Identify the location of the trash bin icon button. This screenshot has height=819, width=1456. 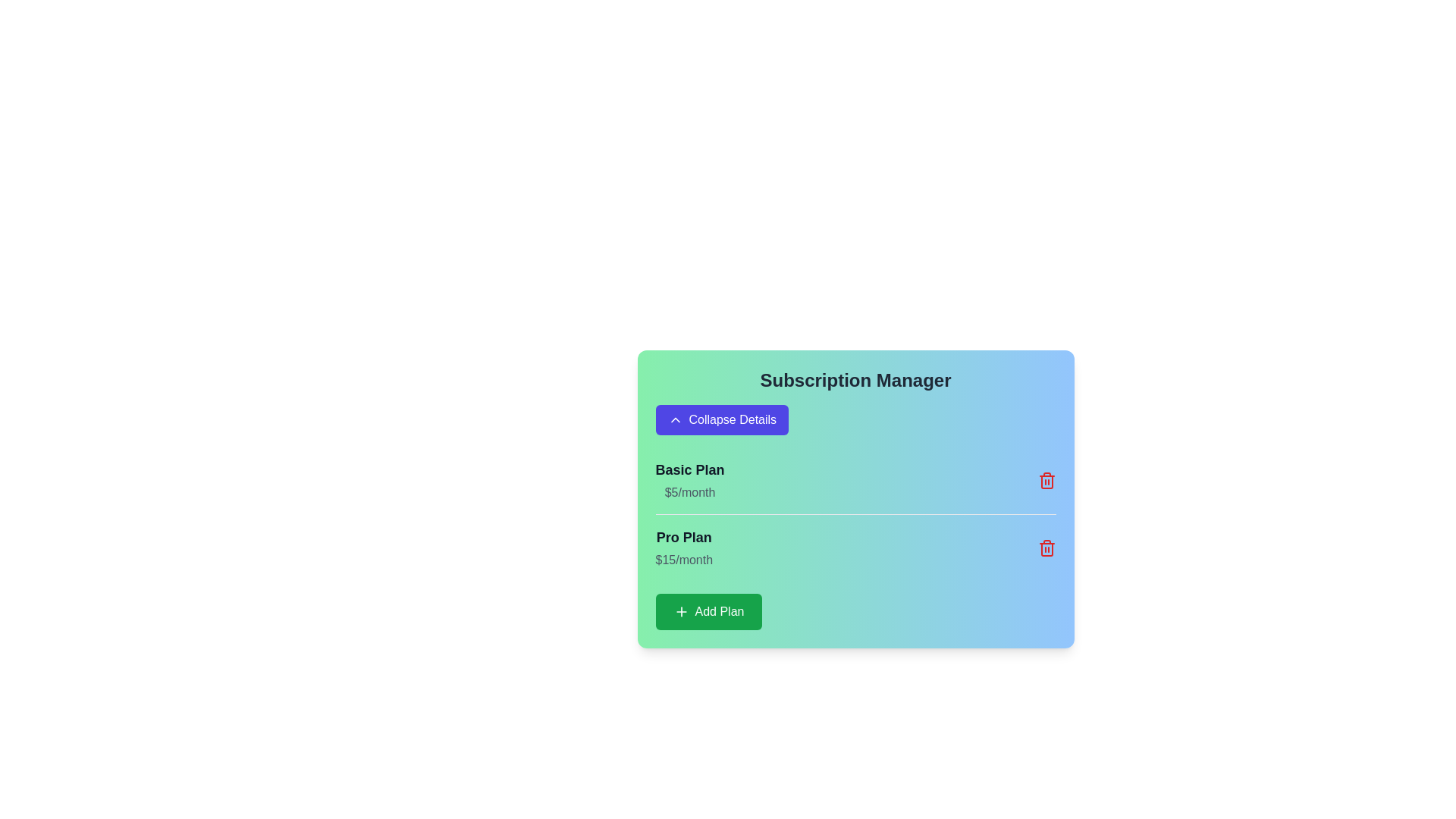
(1046, 550).